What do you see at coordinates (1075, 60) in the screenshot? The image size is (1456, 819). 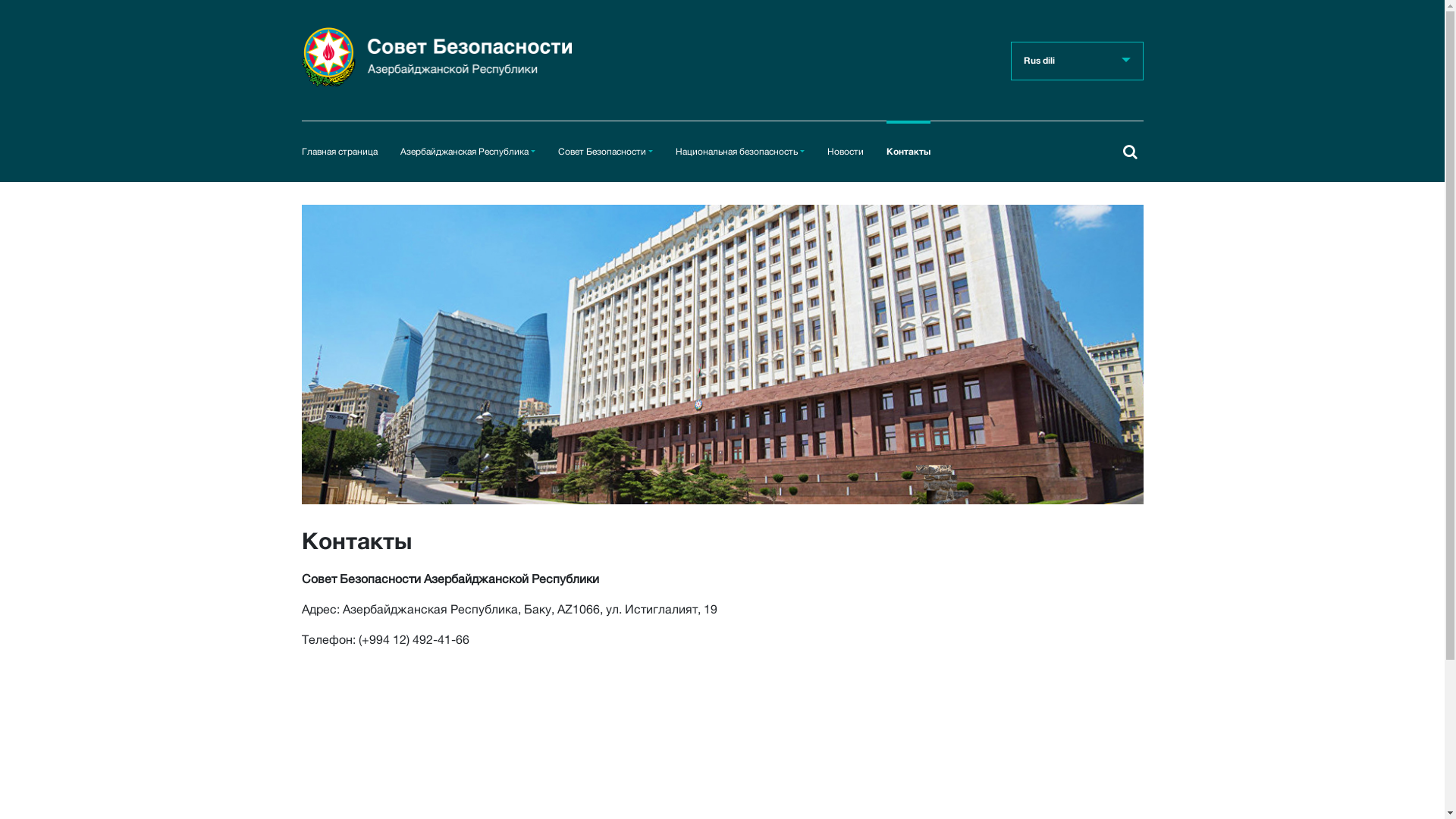 I see `'Rus dili'` at bounding box center [1075, 60].